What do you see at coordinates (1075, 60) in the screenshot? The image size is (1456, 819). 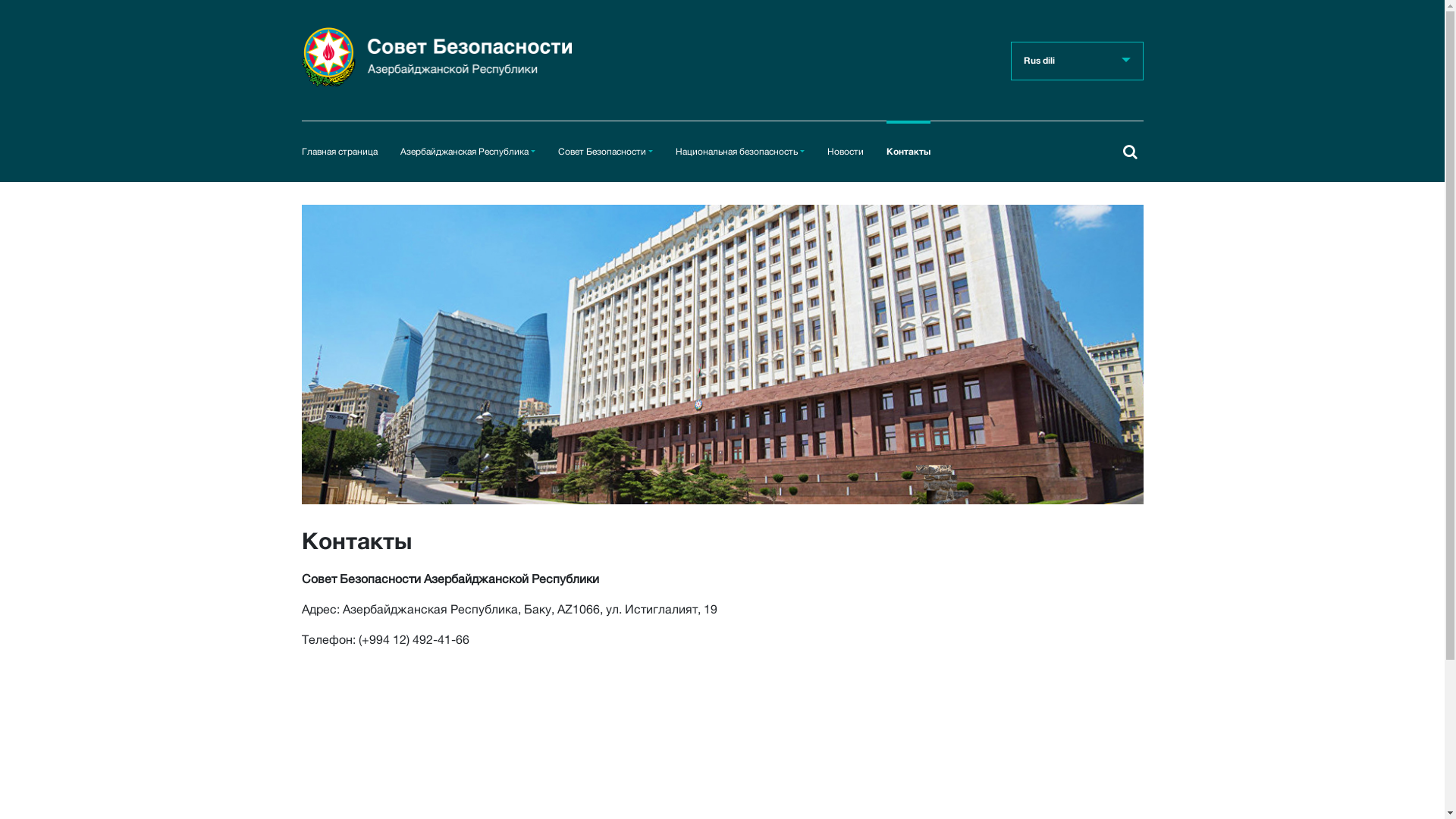 I see `'Rus dili'` at bounding box center [1075, 60].